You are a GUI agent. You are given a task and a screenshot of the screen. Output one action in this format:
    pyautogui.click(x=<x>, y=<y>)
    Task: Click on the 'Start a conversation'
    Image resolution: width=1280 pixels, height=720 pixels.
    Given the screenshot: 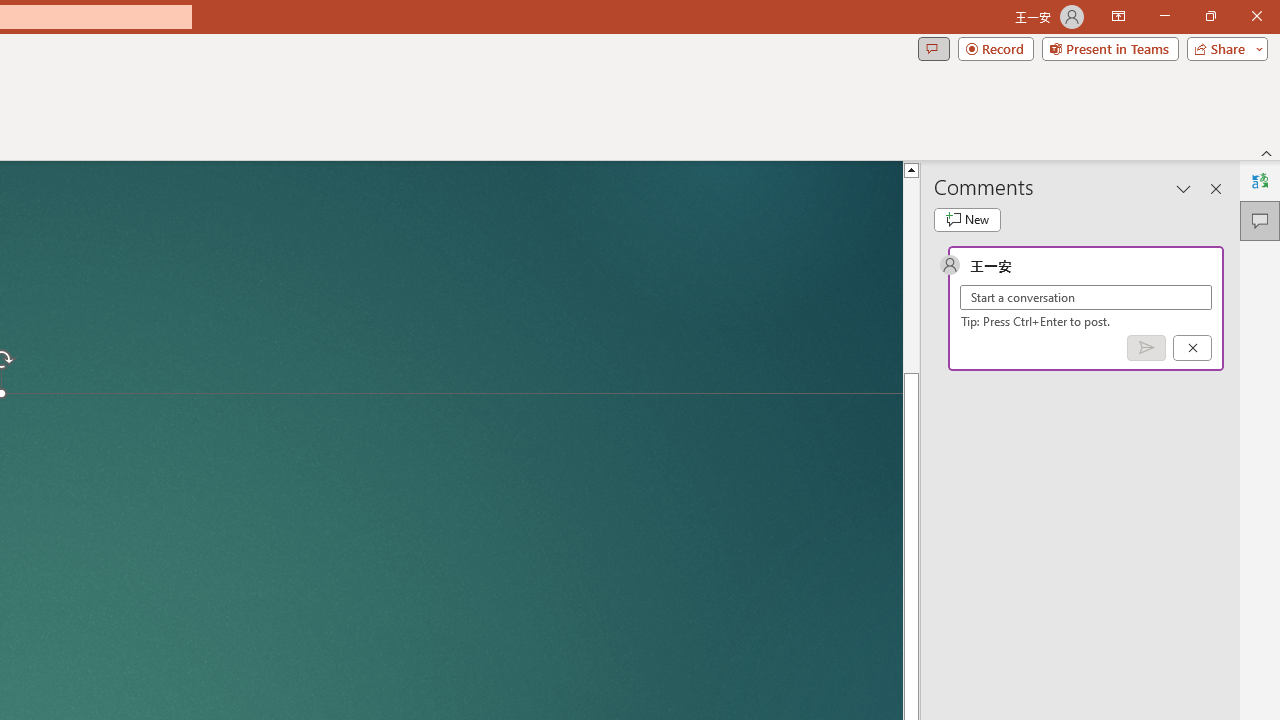 What is the action you would take?
    pyautogui.click(x=1085, y=297)
    